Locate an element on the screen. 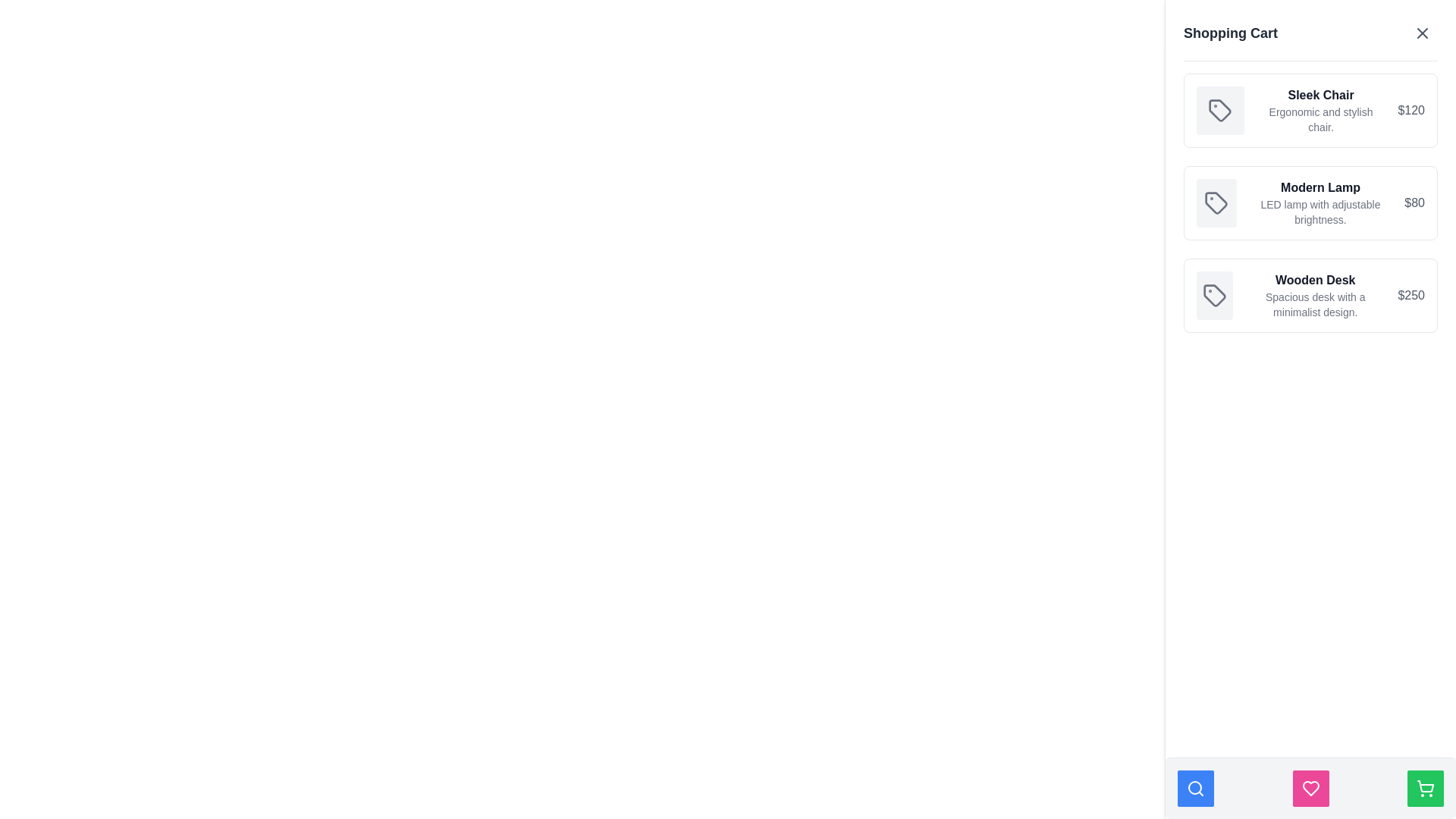 The image size is (1456, 819). the product card displaying 'Wooden Desk', which includes details such as a title, description, and price, located in the shopping cart section is located at coordinates (1310, 295).